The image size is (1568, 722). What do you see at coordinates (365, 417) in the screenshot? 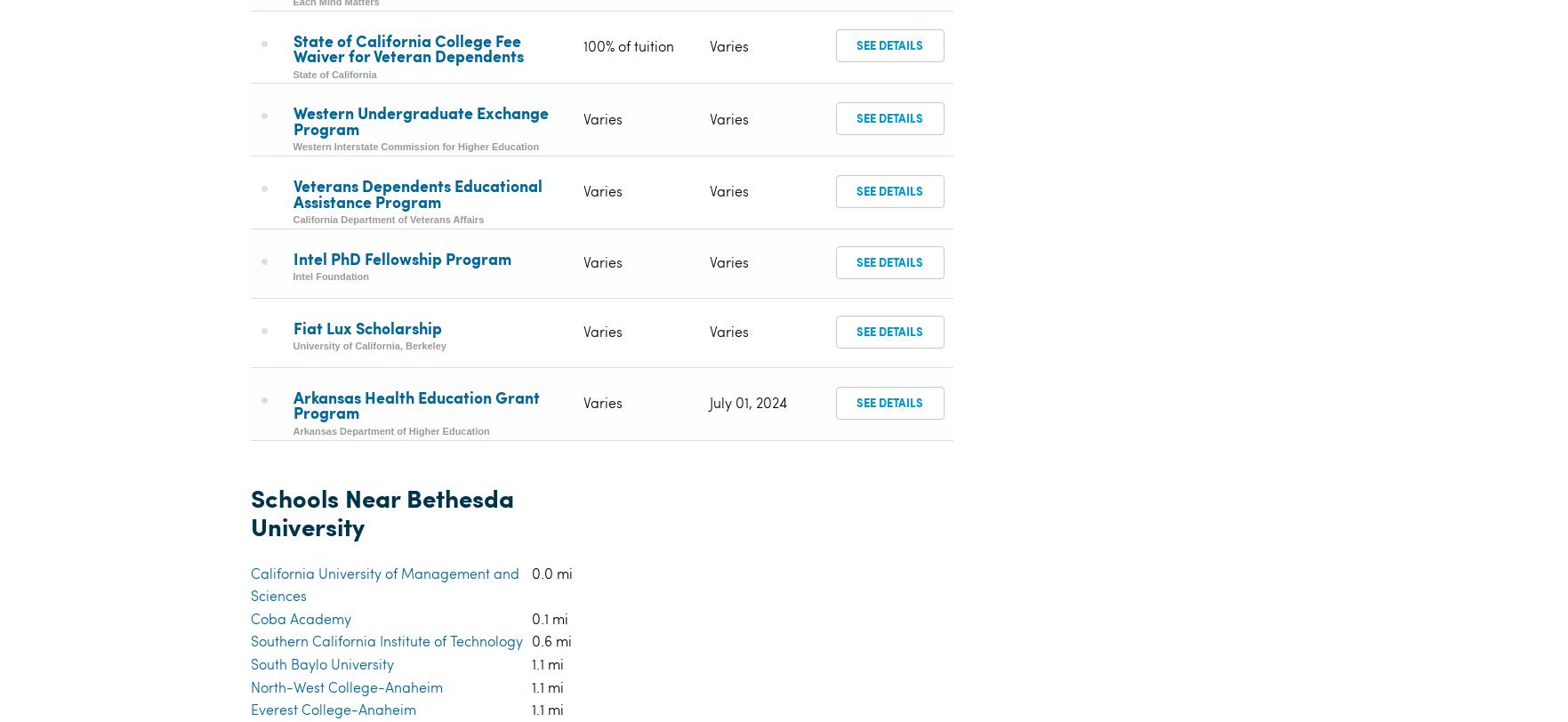
I see `'American Career College-Anaheim'` at bounding box center [365, 417].